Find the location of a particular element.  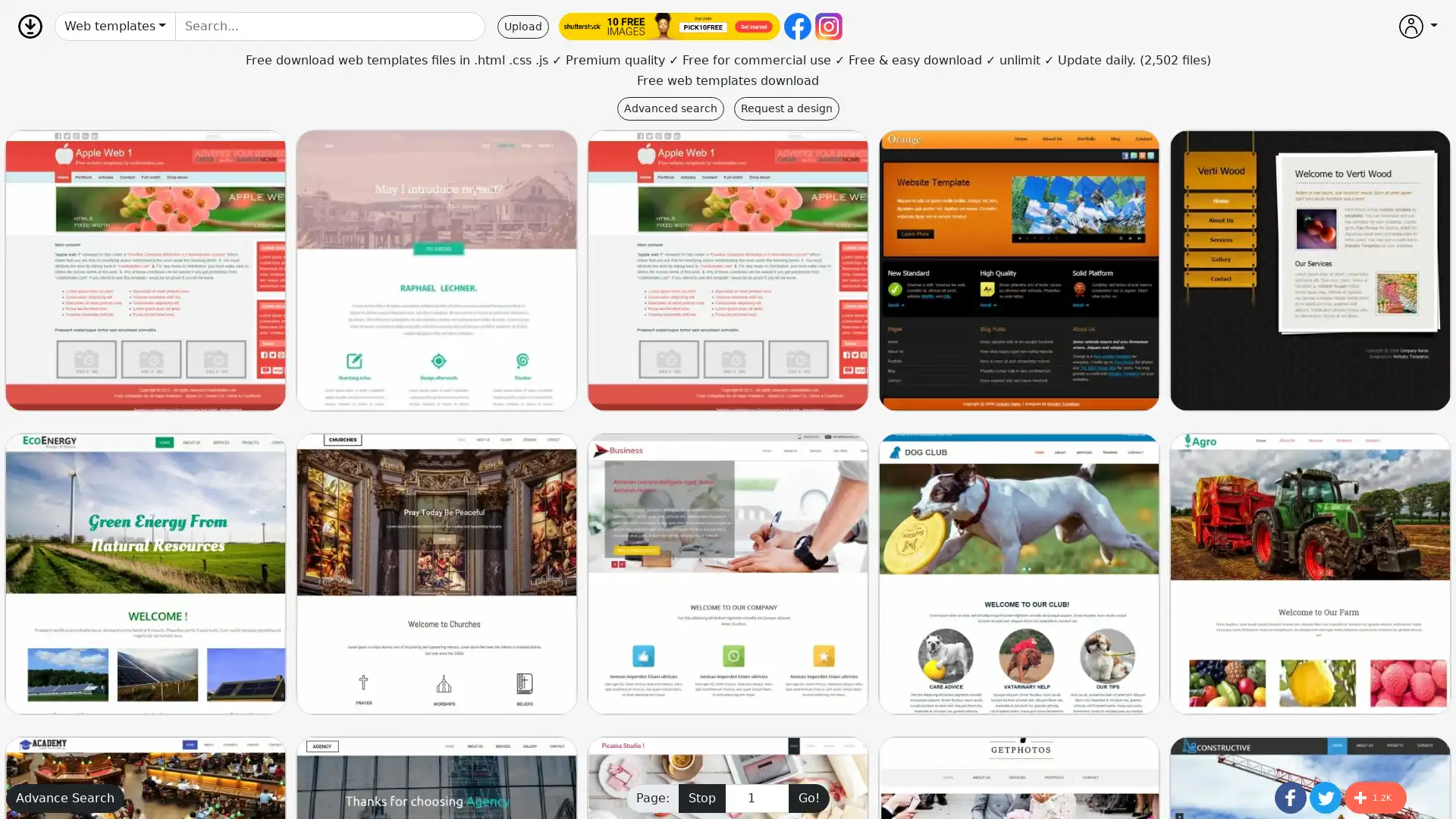

Share to More 1.2K is located at coordinates (1376, 797).